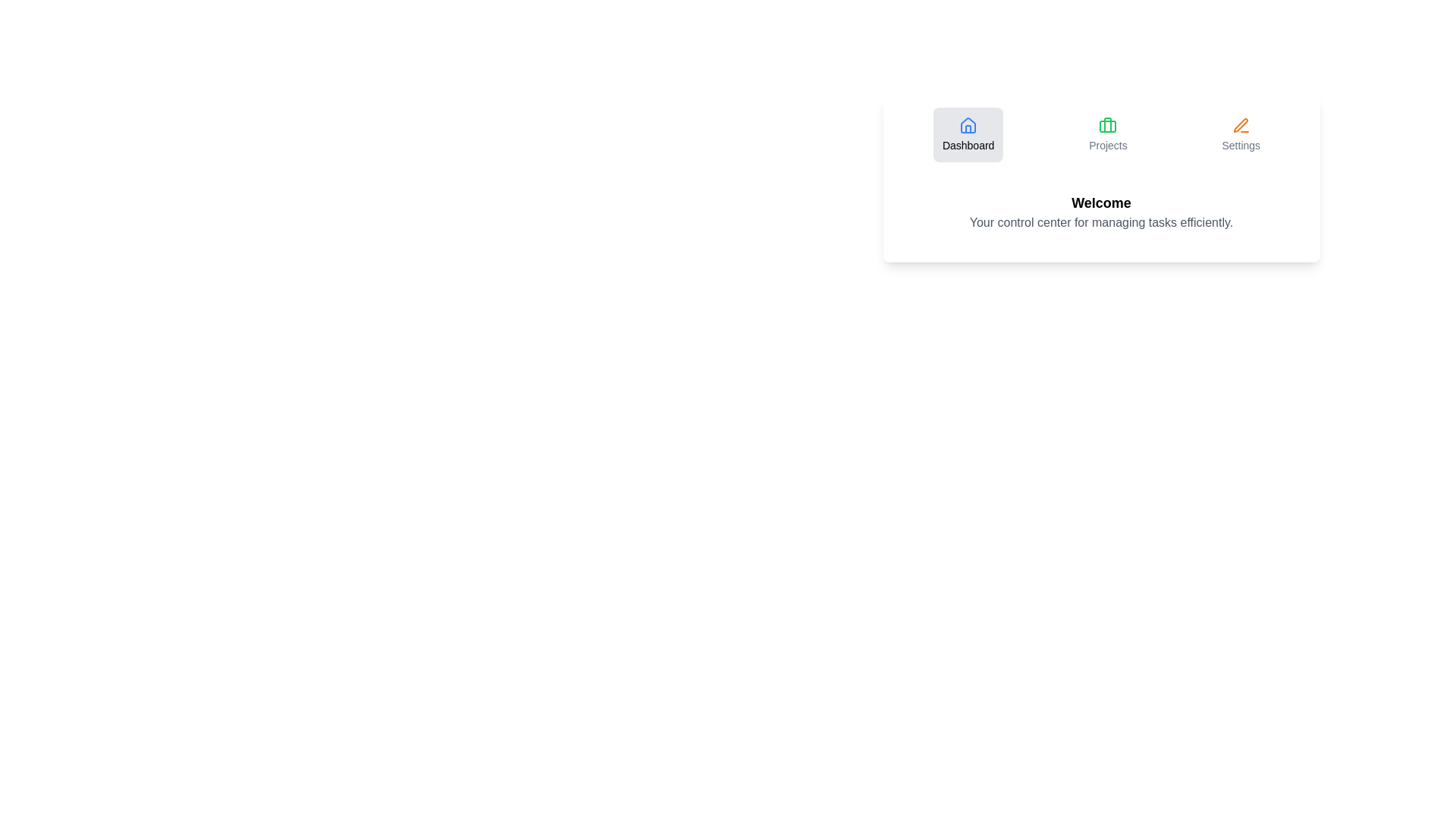 The image size is (1456, 819). I want to click on the Dashboard tab, so click(968, 133).